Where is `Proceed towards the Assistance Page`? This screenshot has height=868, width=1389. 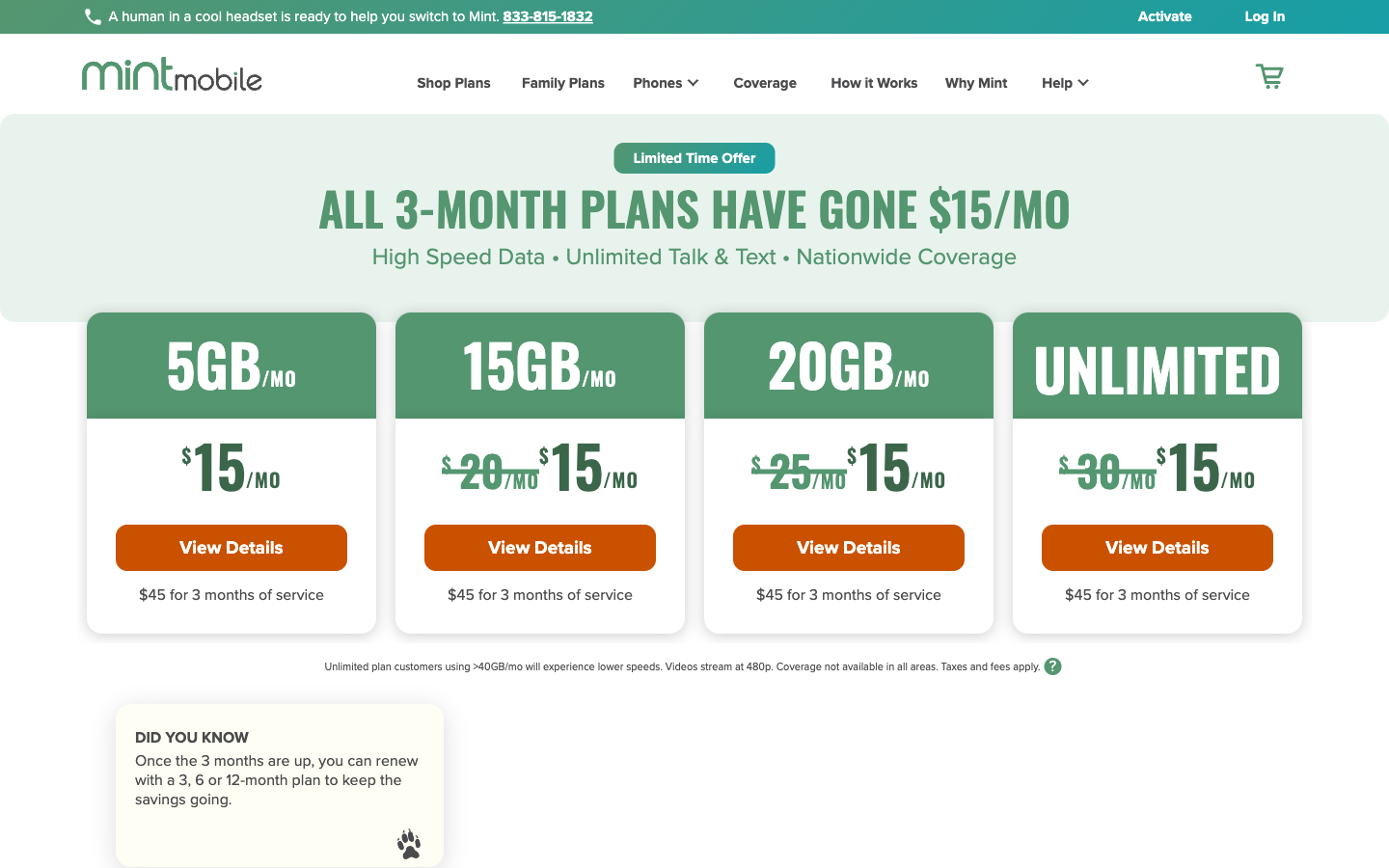 Proceed towards the Assistance Page is located at coordinates (1052, 85).